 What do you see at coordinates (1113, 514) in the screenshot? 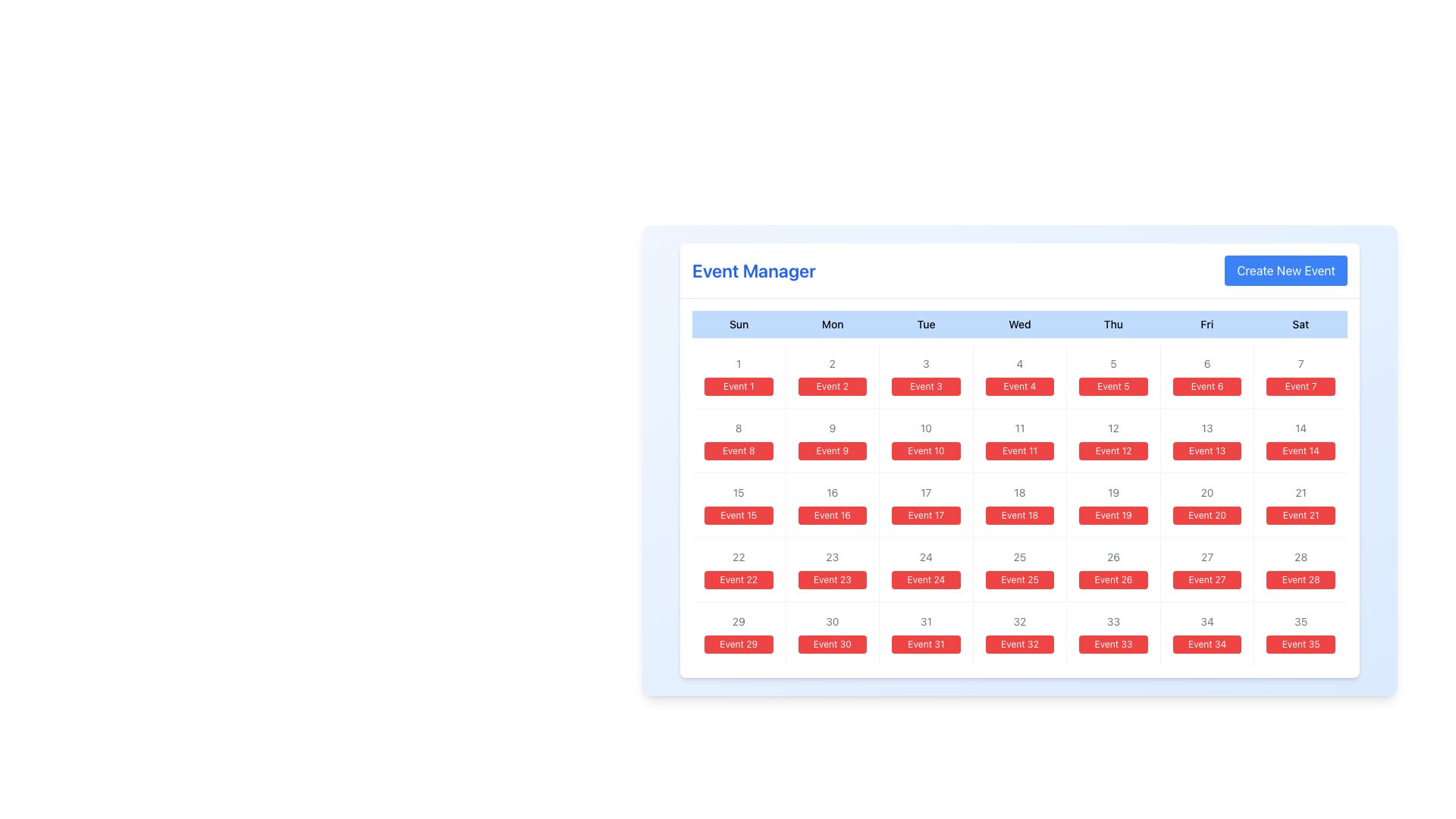
I see `the non-interactive button labeled 'Event 19' with a red background located in the Thursday column of the calendar` at bounding box center [1113, 514].